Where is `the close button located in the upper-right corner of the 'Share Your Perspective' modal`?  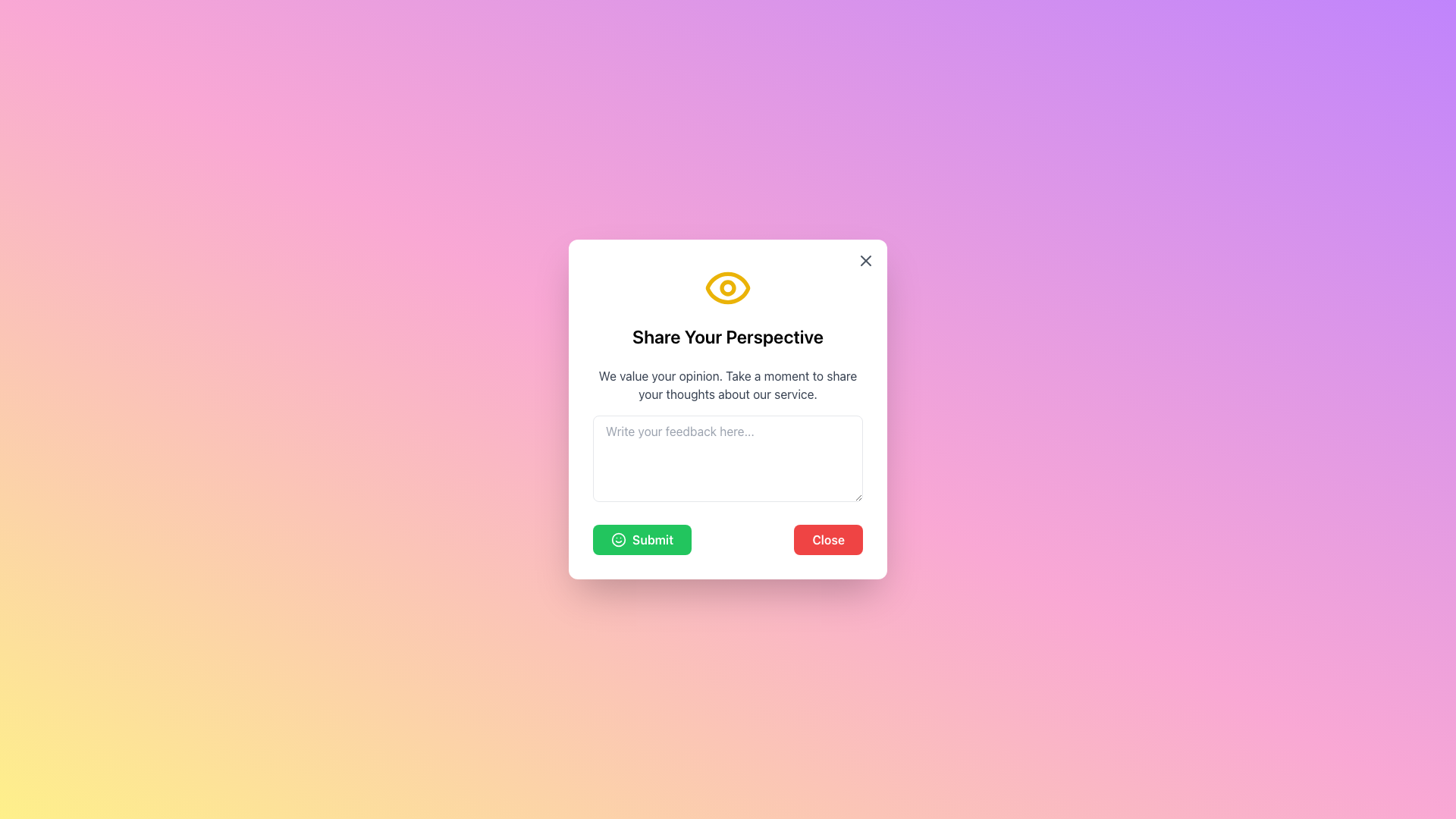 the close button located in the upper-right corner of the 'Share Your Perspective' modal is located at coordinates (866, 259).